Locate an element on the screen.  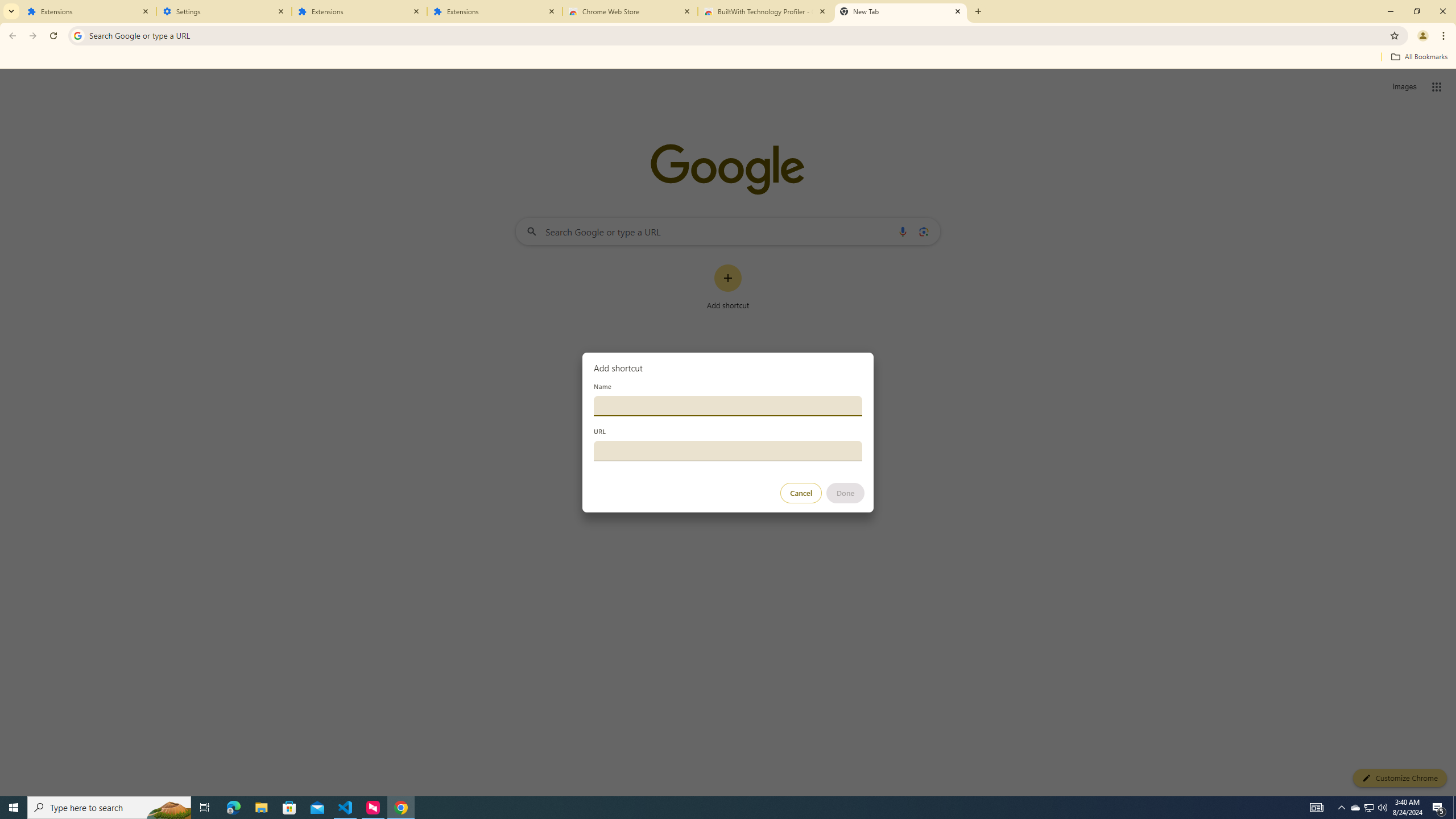
'New Tab' is located at coordinates (900, 11).